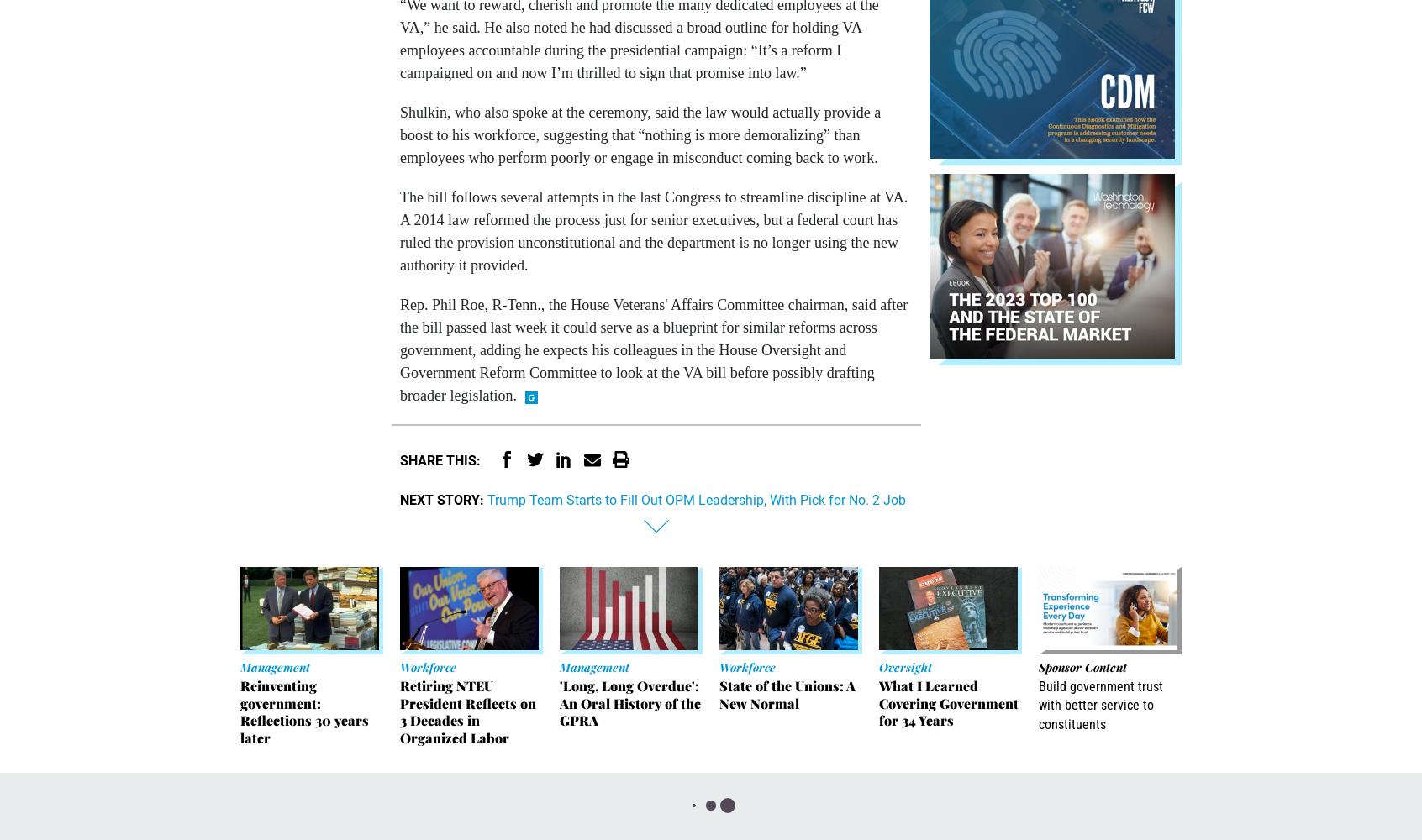 The image size is (1422, 840). Describe the element at coordinates (948, 701) in the screenshot. I see `'What I Learned Covering Government for 34 Years'` at that location.